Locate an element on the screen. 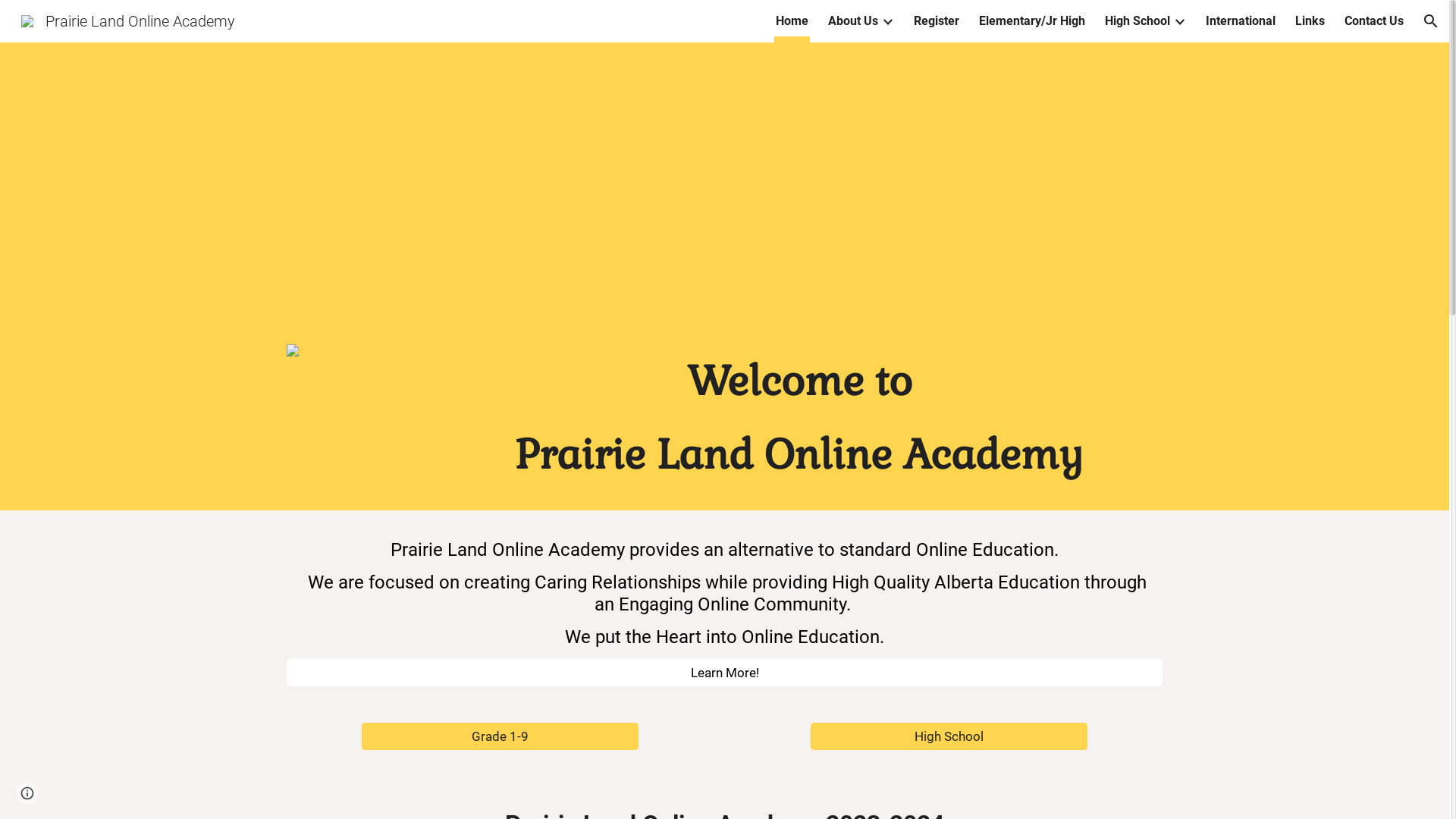  'International' is located at coordinates (1241, 20).